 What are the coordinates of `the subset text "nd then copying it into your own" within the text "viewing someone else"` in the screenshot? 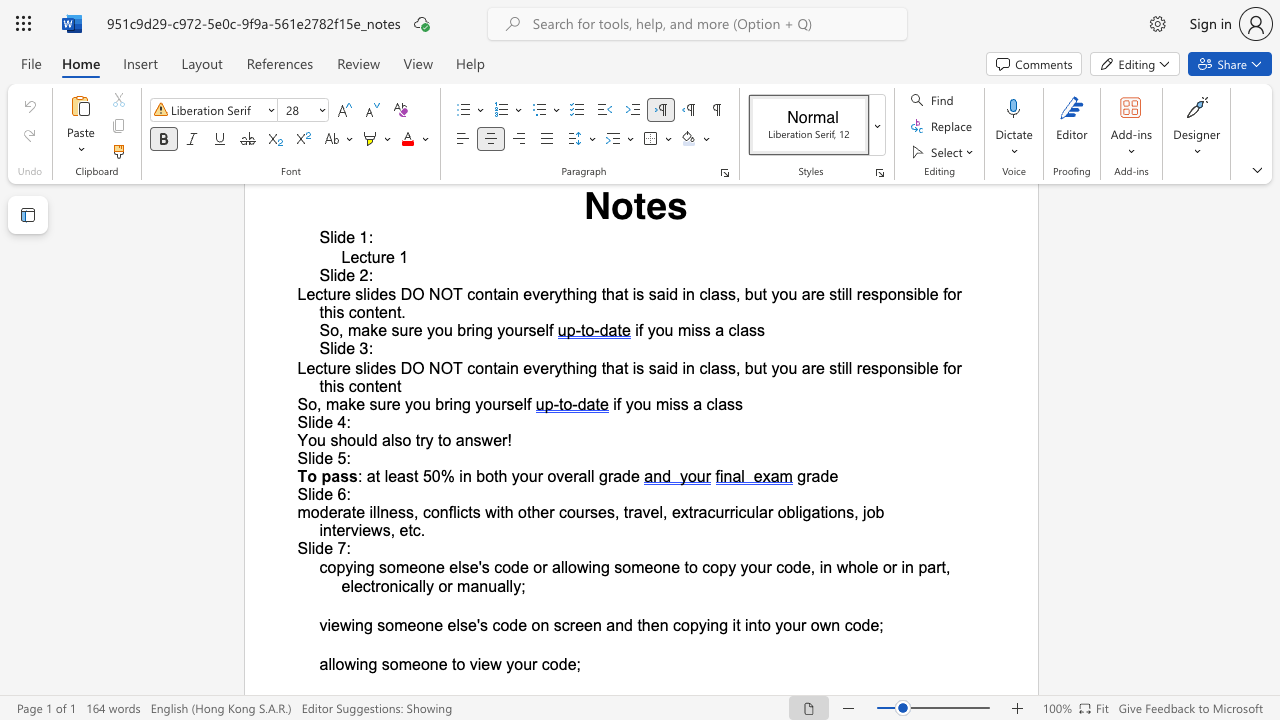 It's located at (614, 624).